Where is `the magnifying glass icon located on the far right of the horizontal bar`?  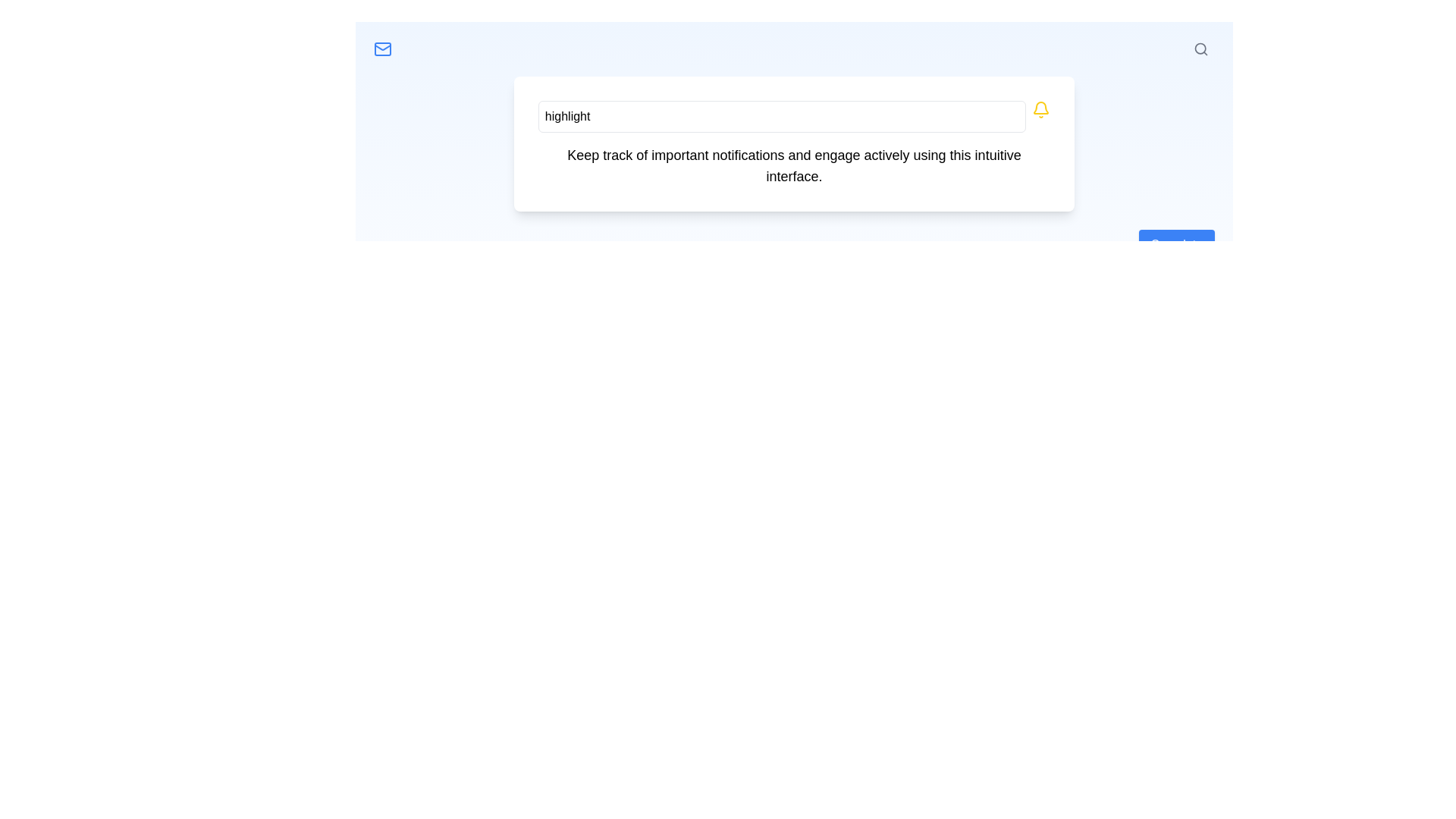
the magnifying glass icon located on the far right of the horizontal bar is located at coordinates (1200, 49).